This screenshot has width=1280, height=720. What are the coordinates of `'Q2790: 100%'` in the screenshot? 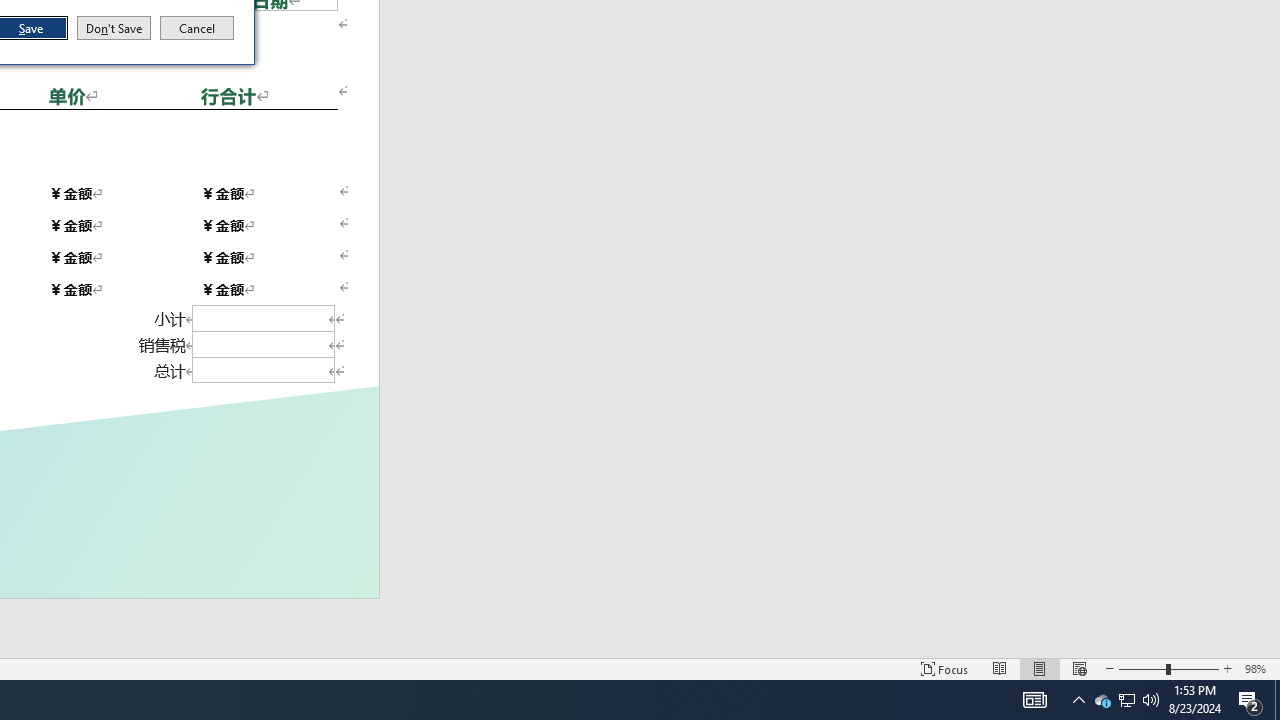 It's located at (1151, 698).